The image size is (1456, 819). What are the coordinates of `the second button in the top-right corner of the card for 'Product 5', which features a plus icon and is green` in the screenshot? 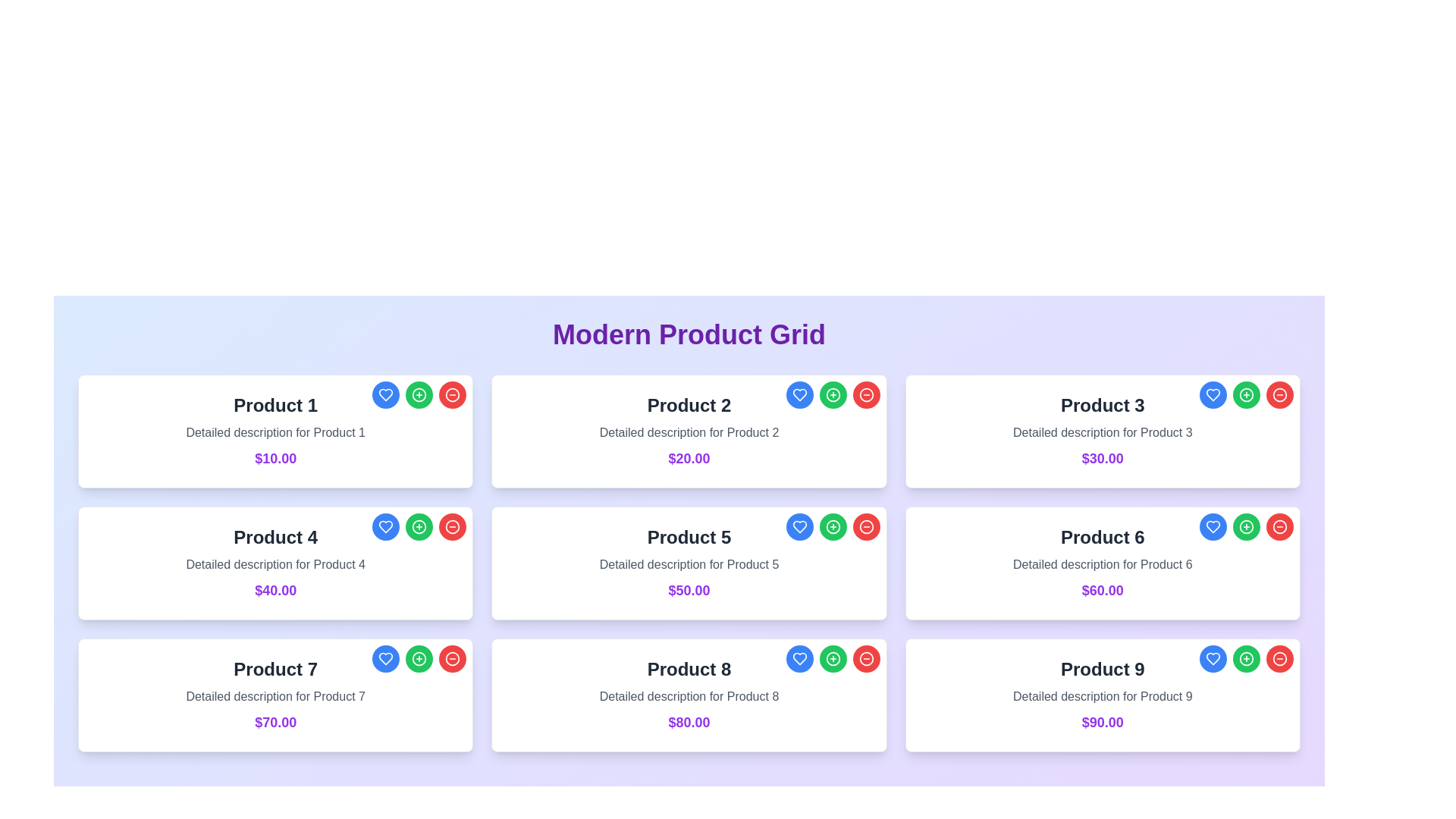 It's located at (832, 526).